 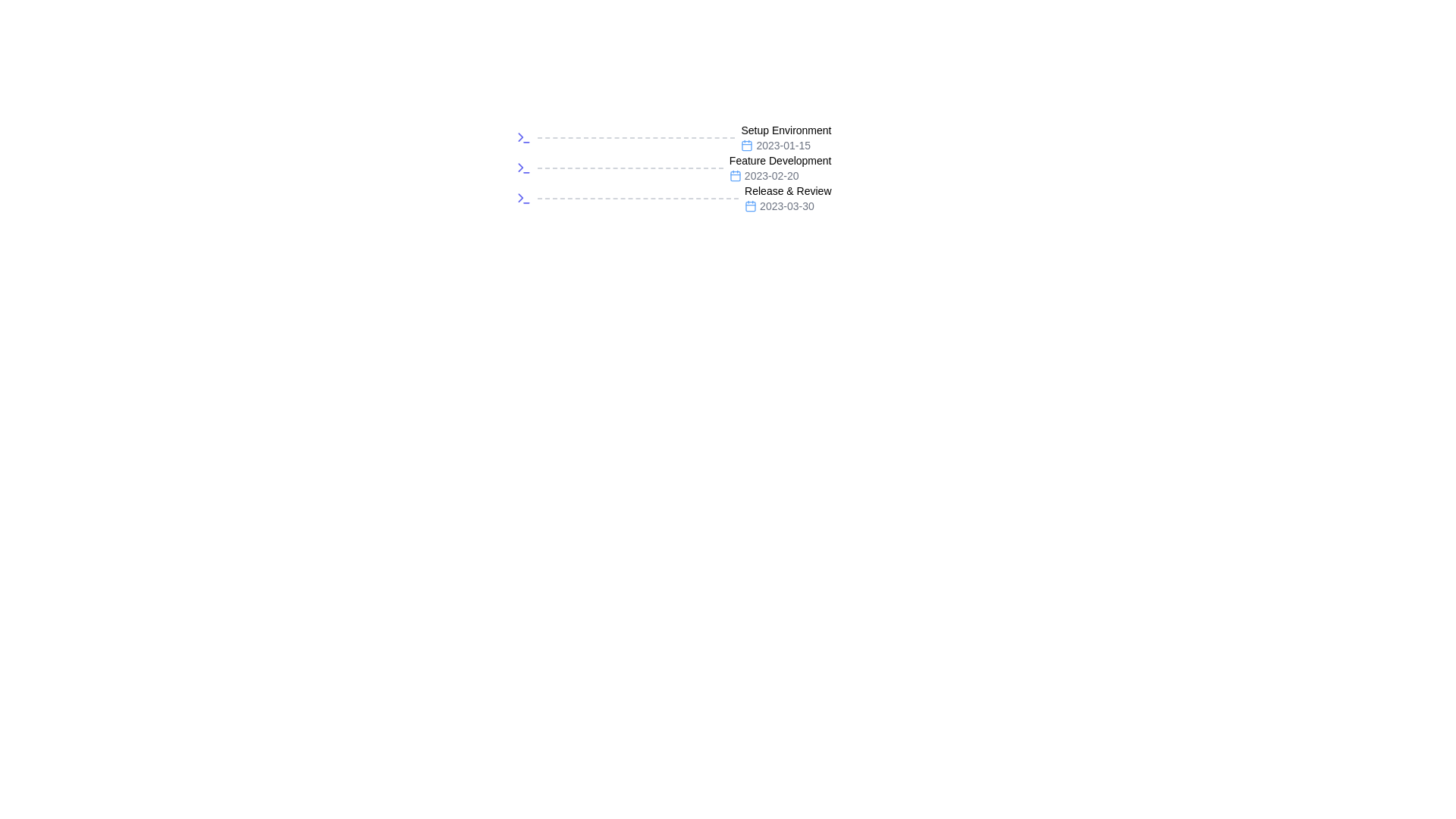 What do you see at coordinates (786, 137) in the screenshot?
I see `the first text-based list item titled 'Setup Environment' with a date of '2023-01-15' and a small blue calendar icon` at bounding box center [786, 137].